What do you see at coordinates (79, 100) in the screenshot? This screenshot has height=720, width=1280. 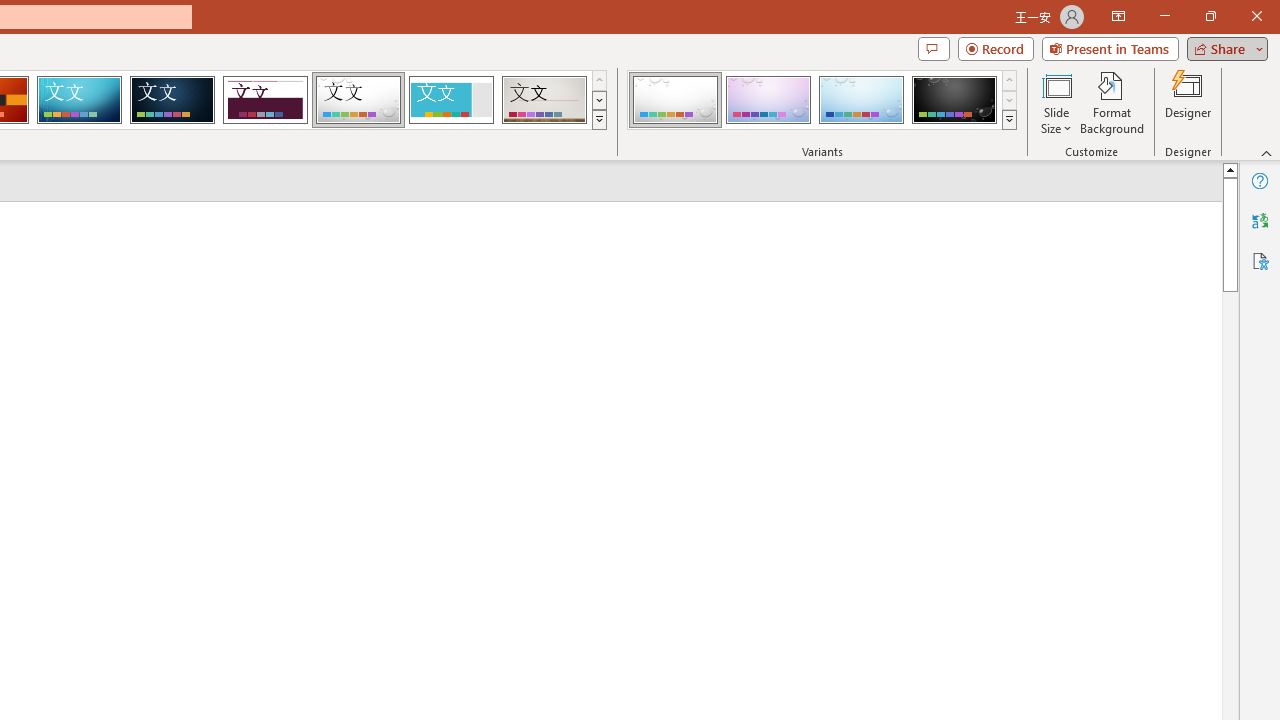 I see `'Circuit'` at bounding box center [79, 100].